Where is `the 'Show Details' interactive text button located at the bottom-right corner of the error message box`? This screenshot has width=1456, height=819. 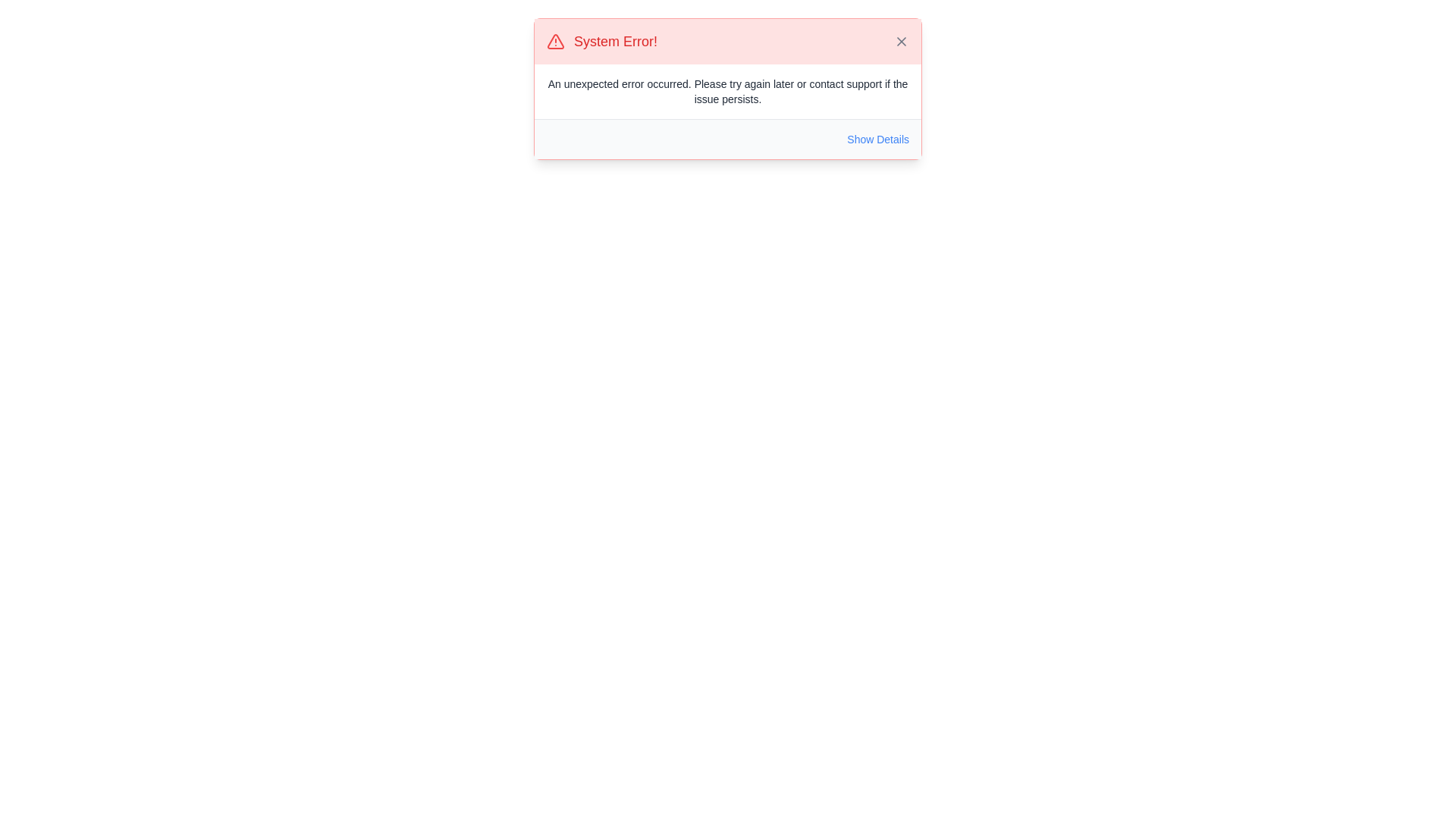
the 'Show Details' interactive text button located at the bottom-right corner of the error message box is located at coordinates (877, 140).